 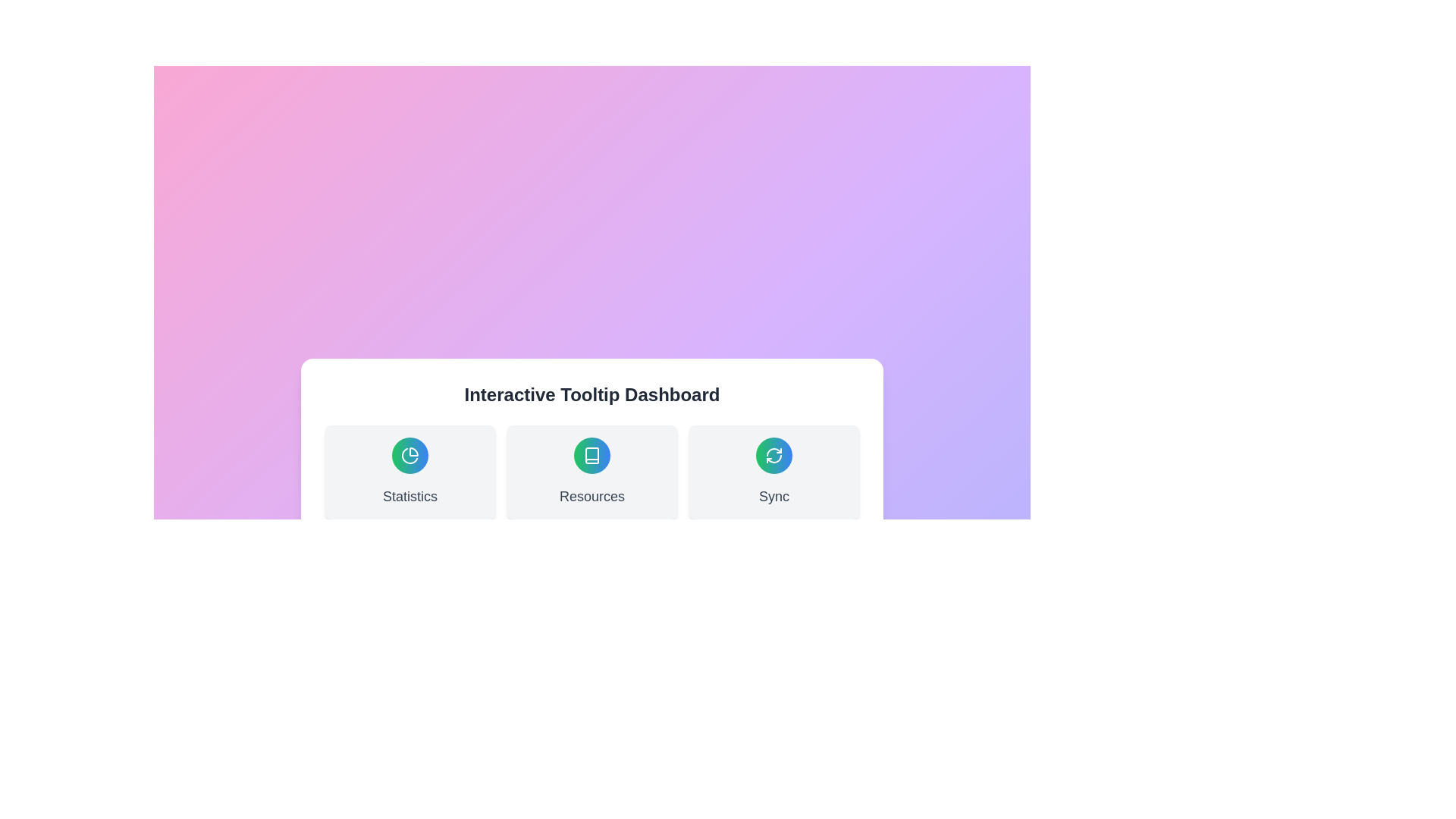 I want to click on the text in the Card that serves as a shortcut for navigating to resources or instructional materials, positioned between 'Statistics' and 'Sync', so click(x=591, y=472).